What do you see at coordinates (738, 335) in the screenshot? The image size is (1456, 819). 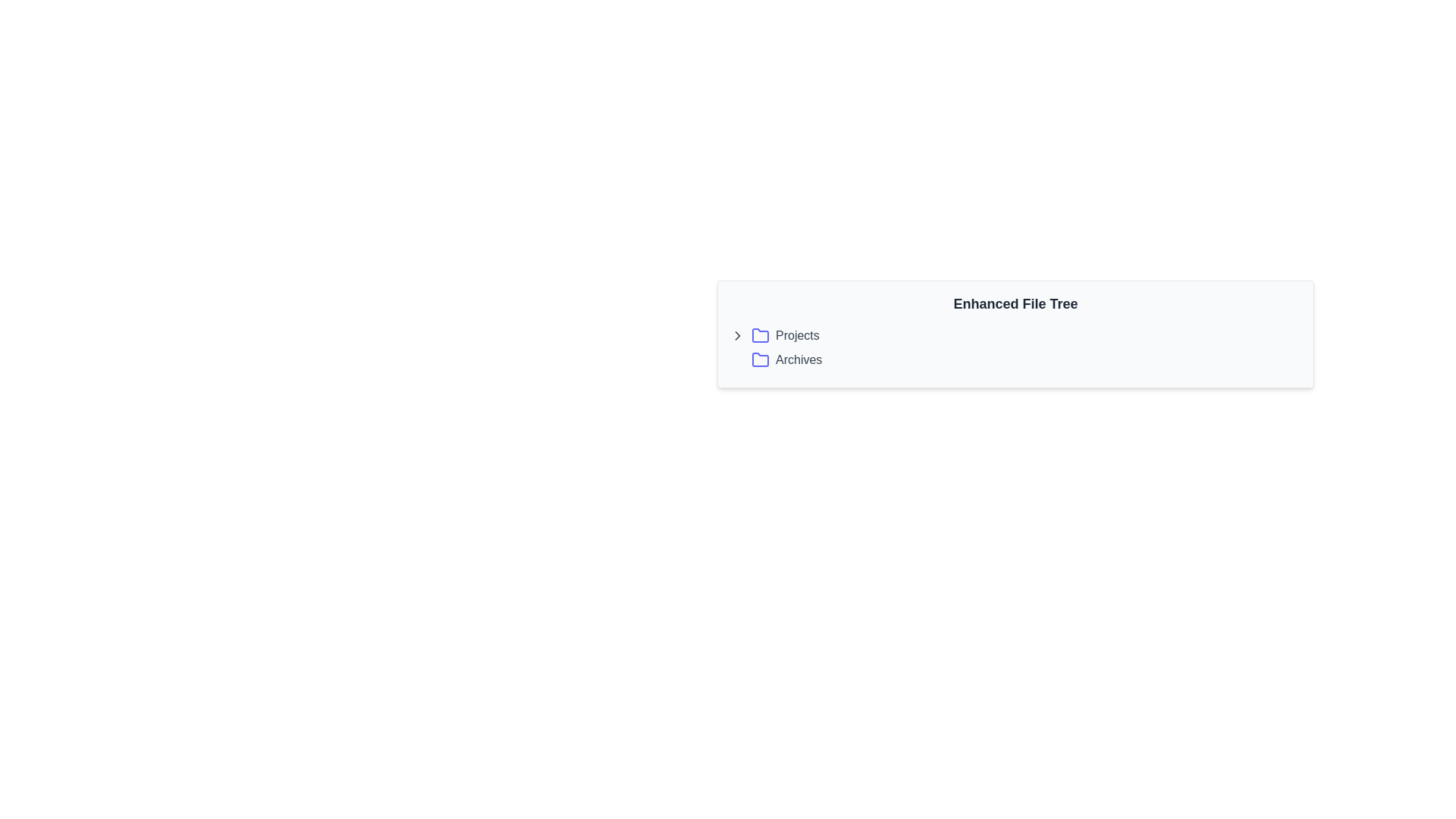 I see `the small, right-pointing chevron icon styled as a thin, black stroke within the 'Enhanced File Tree' section` at bounding box center [738, 335].